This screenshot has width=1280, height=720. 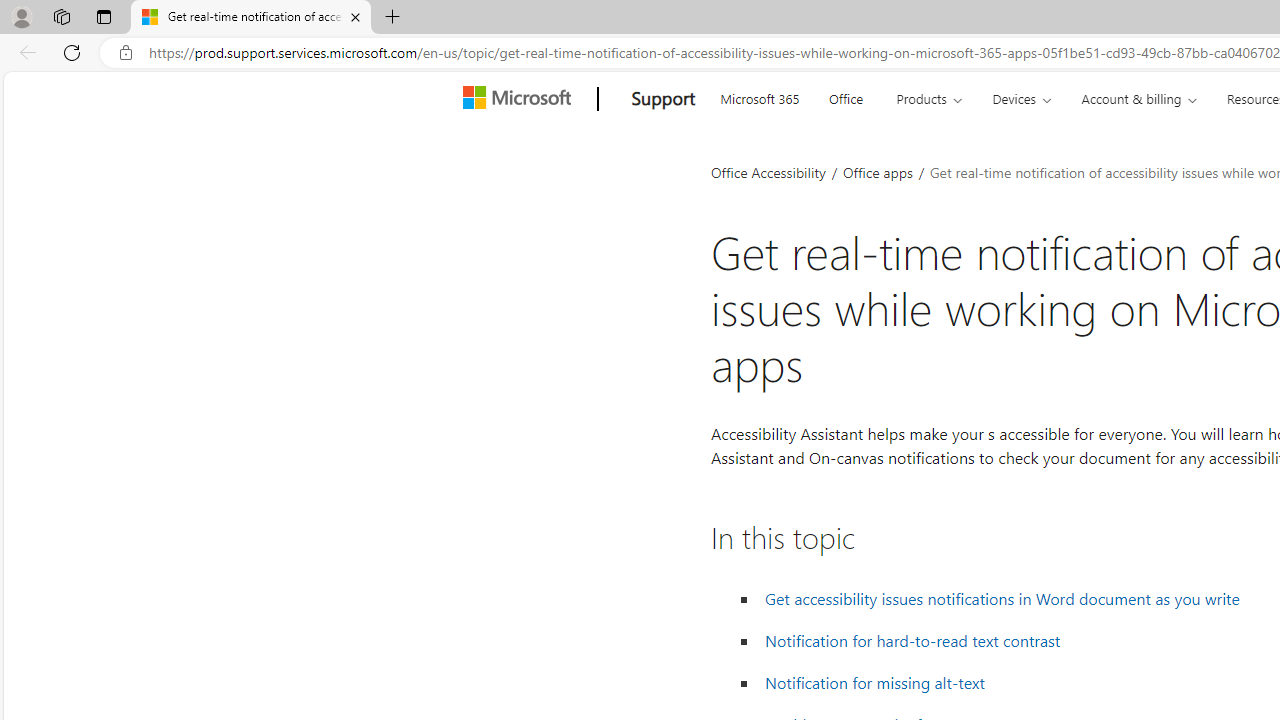 What do you see at coordinates (61, 16) in the screenshot?
I see `'Workspaces'` at bounding box center [61, 16].